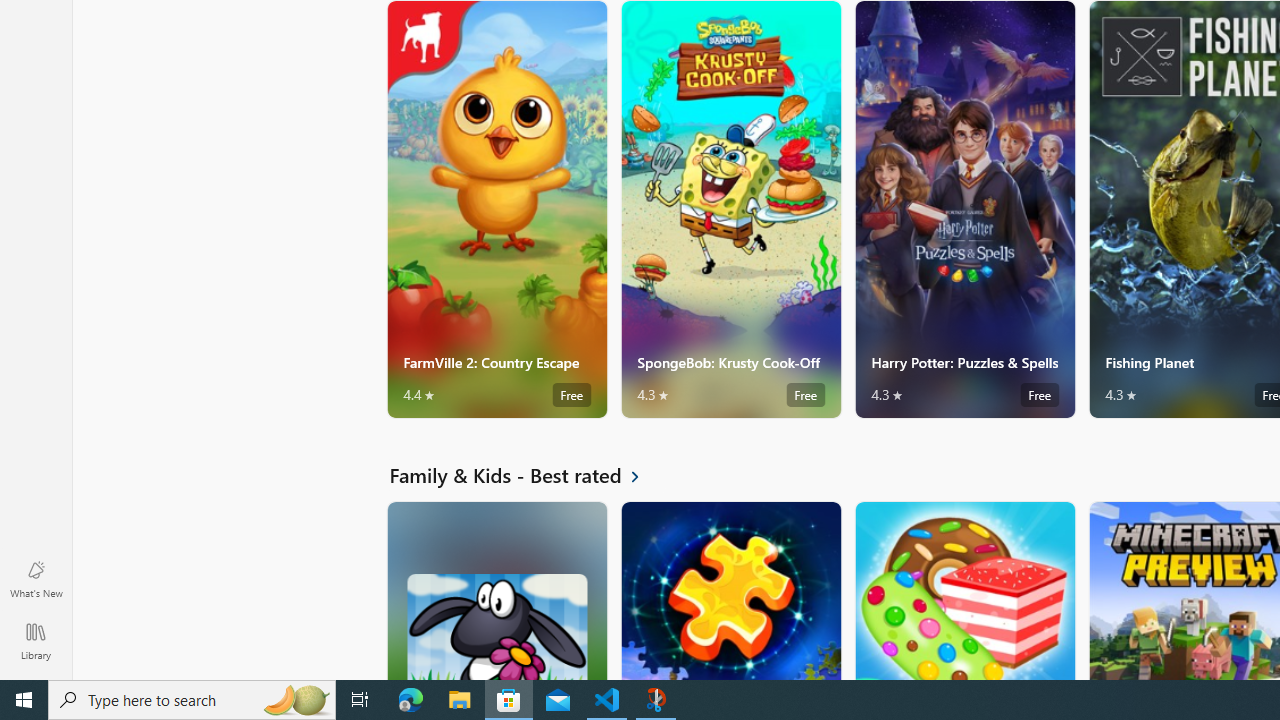  What do you see at coordinates (35, 578) in the screenshot?
I see `'What'` at bounding box center [35, 578].